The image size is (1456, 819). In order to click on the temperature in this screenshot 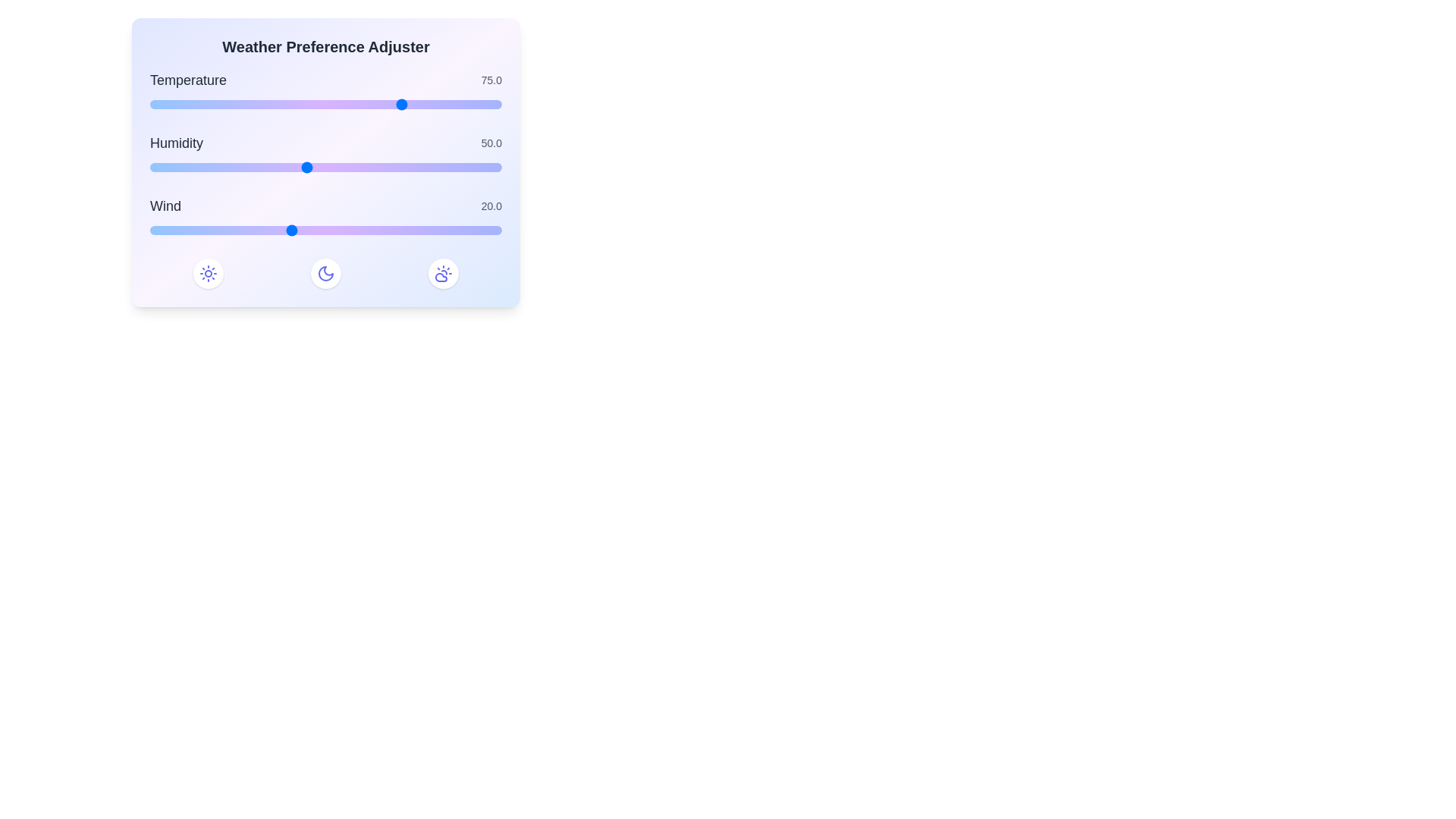, I will do `click(173, 104)`.